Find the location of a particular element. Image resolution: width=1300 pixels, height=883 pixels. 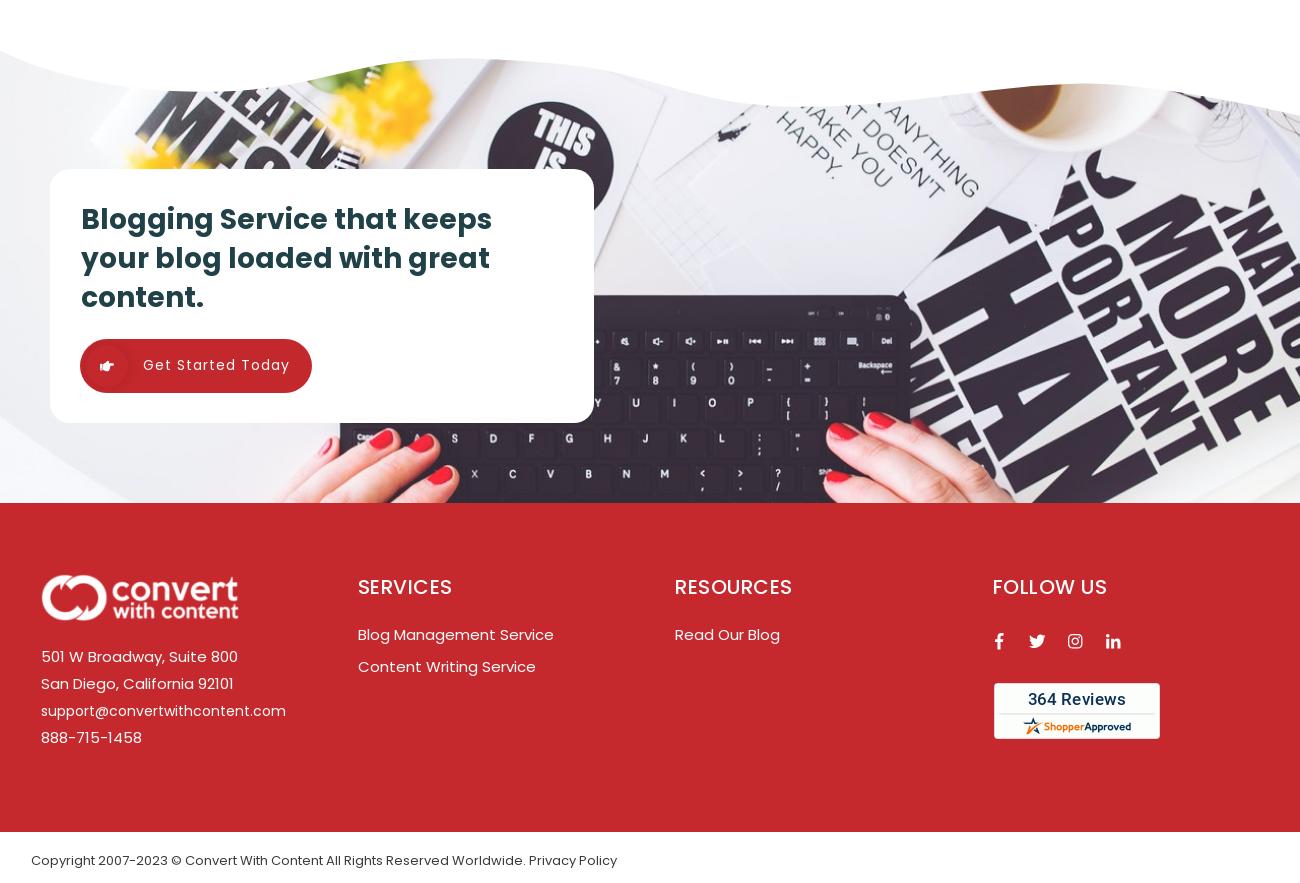

'Blogging Service that keeps your blog loaded with great content.' is located at coordinates (286, 257).